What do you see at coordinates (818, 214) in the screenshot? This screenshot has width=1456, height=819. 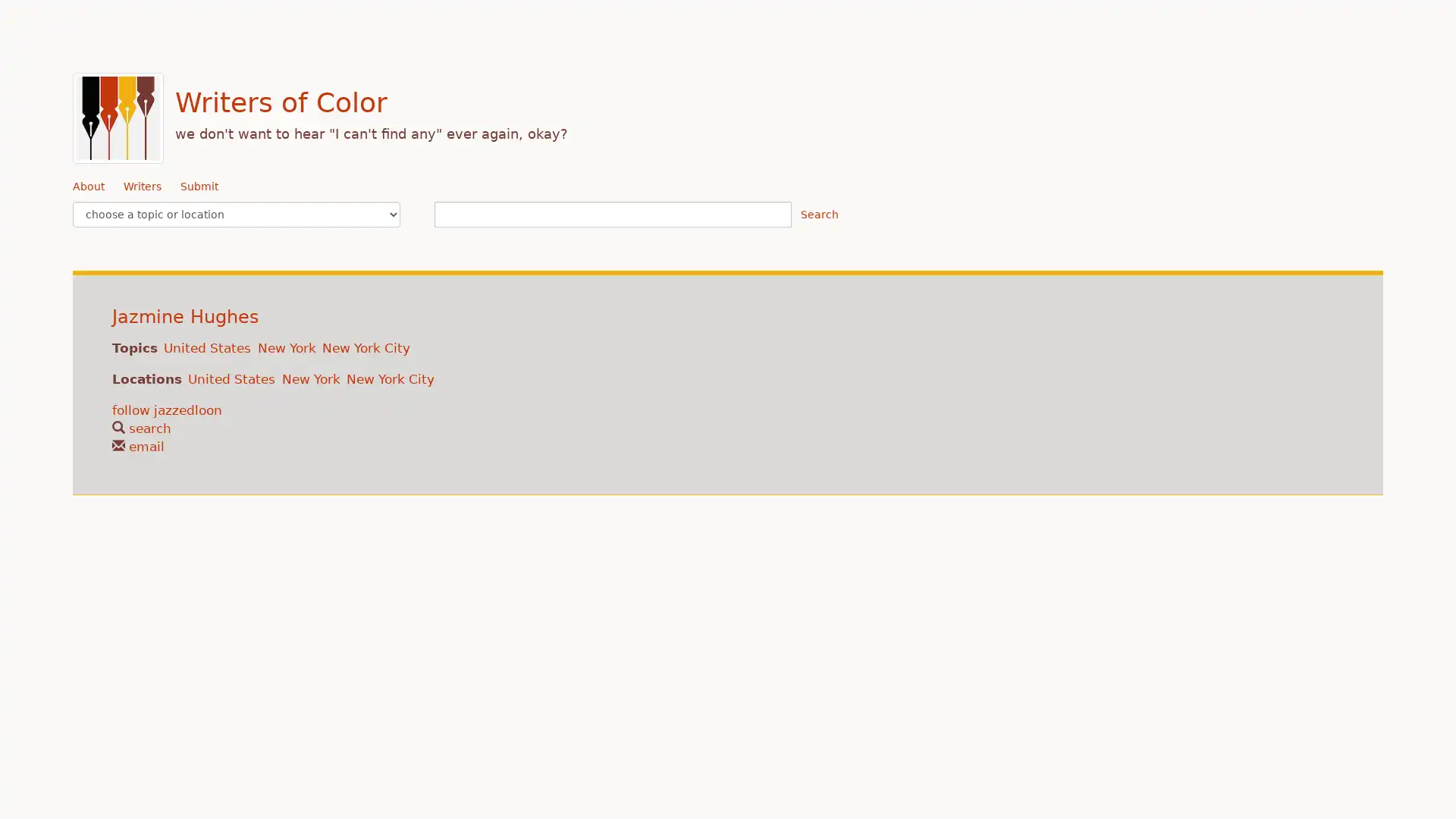 I see `Search` at bounding box center [818, 214].